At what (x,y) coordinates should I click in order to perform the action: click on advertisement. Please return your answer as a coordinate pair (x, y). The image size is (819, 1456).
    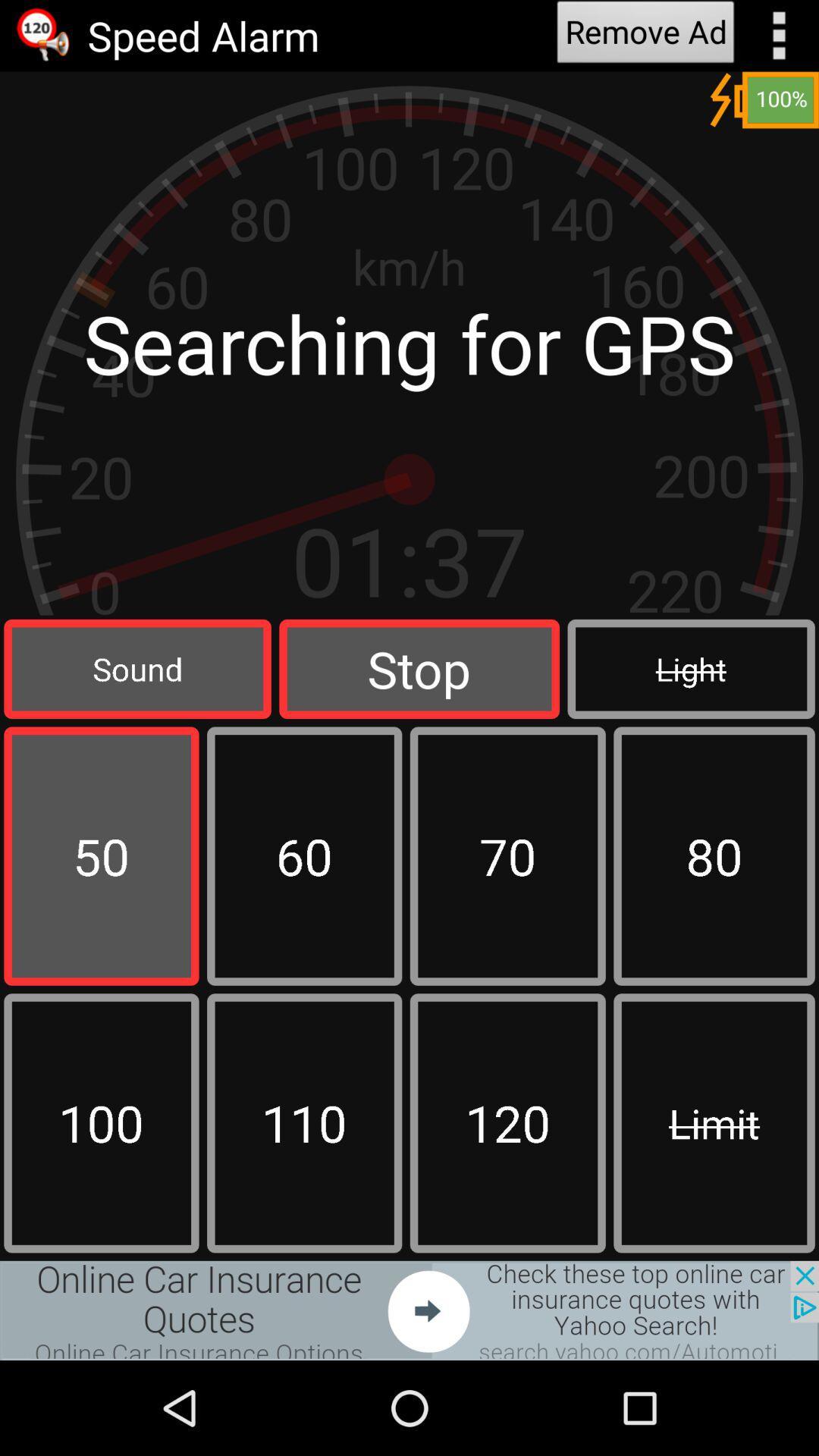
    Looking at the image, I should click on (409, 1310).